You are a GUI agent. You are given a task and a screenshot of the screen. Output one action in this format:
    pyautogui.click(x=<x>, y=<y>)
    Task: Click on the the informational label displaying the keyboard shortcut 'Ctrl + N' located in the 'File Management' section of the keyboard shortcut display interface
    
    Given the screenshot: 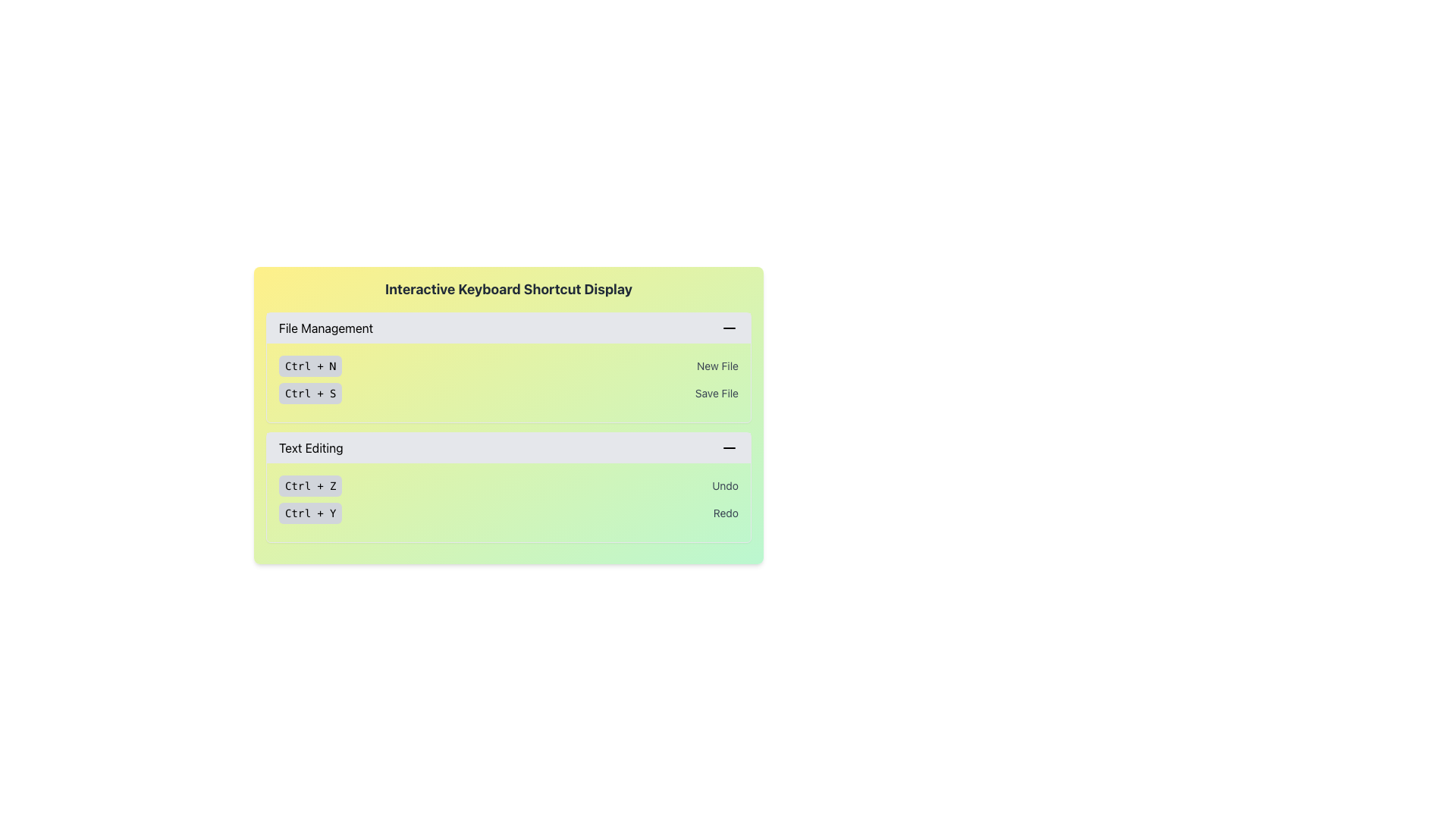 What is the action you would take?
    pyautogui.click(x=309, y=366)
    